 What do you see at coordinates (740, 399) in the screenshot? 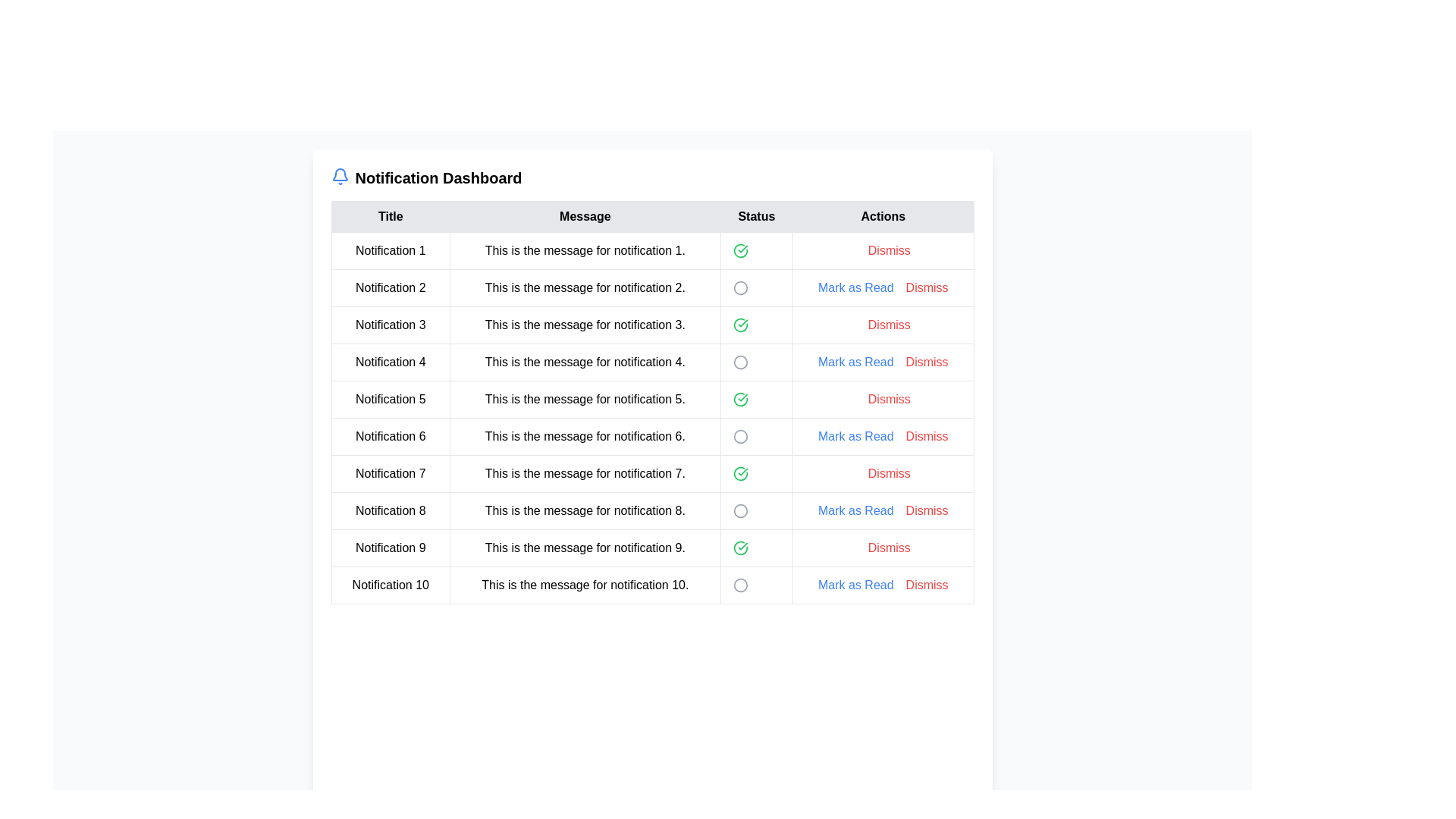
I see `the circular green status indicator icon with a checkmark in the fifth row of the notification table, to the left of the 'Dismiss' button` at bounding box center [740, 399].